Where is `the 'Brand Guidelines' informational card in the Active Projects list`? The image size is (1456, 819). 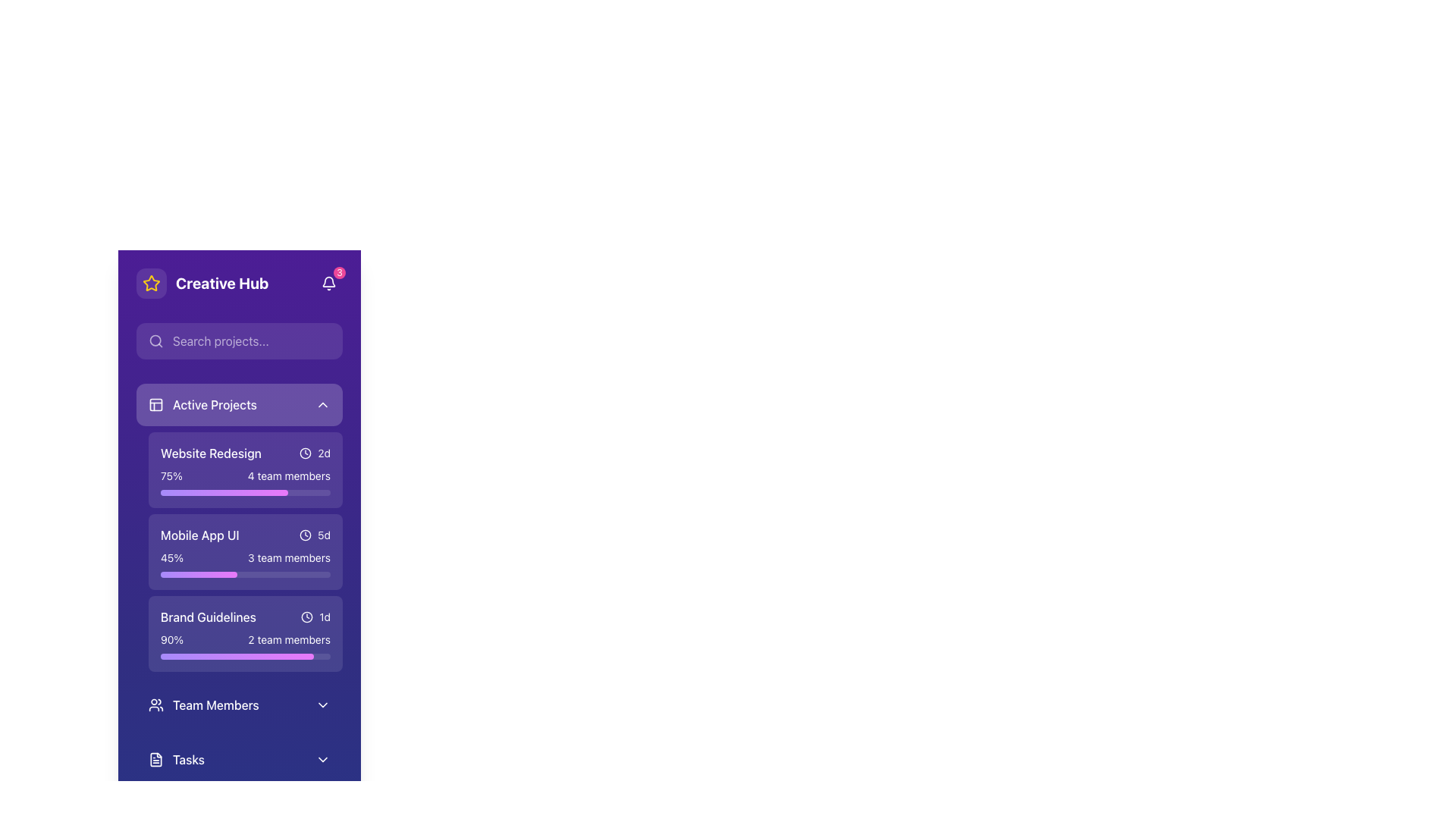 the 'Brand Guidelines' informational card in the Active Projects list is located at coordinates (246, 634).